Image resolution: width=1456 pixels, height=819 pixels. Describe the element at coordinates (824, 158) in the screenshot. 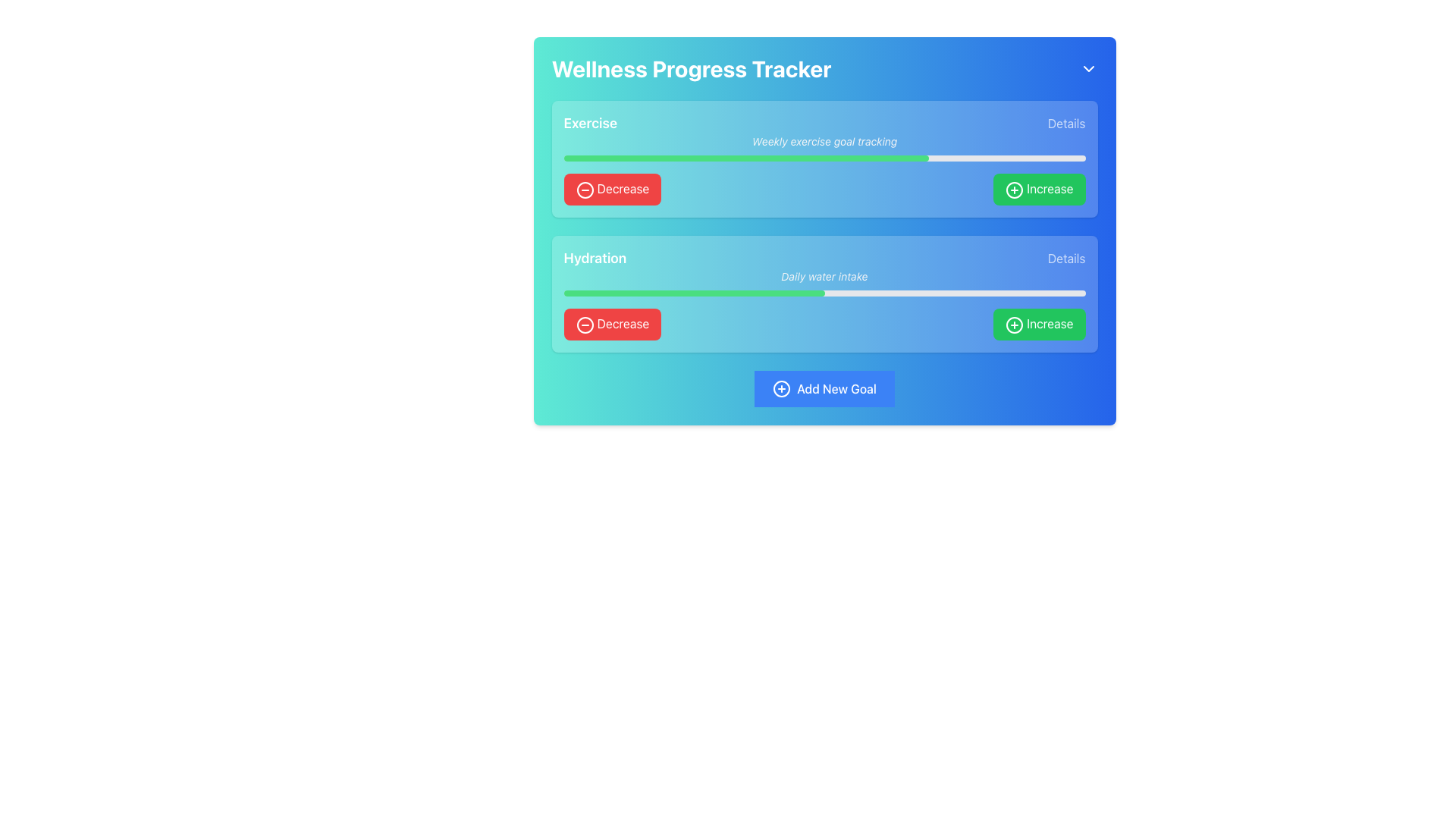

I see `the 'Details' button located within the Exercise section, which features a light transparent white background, a bold 'Exercise' heading, and a progress bar with 'Decrease' and 'Increase' buttons` at that location.